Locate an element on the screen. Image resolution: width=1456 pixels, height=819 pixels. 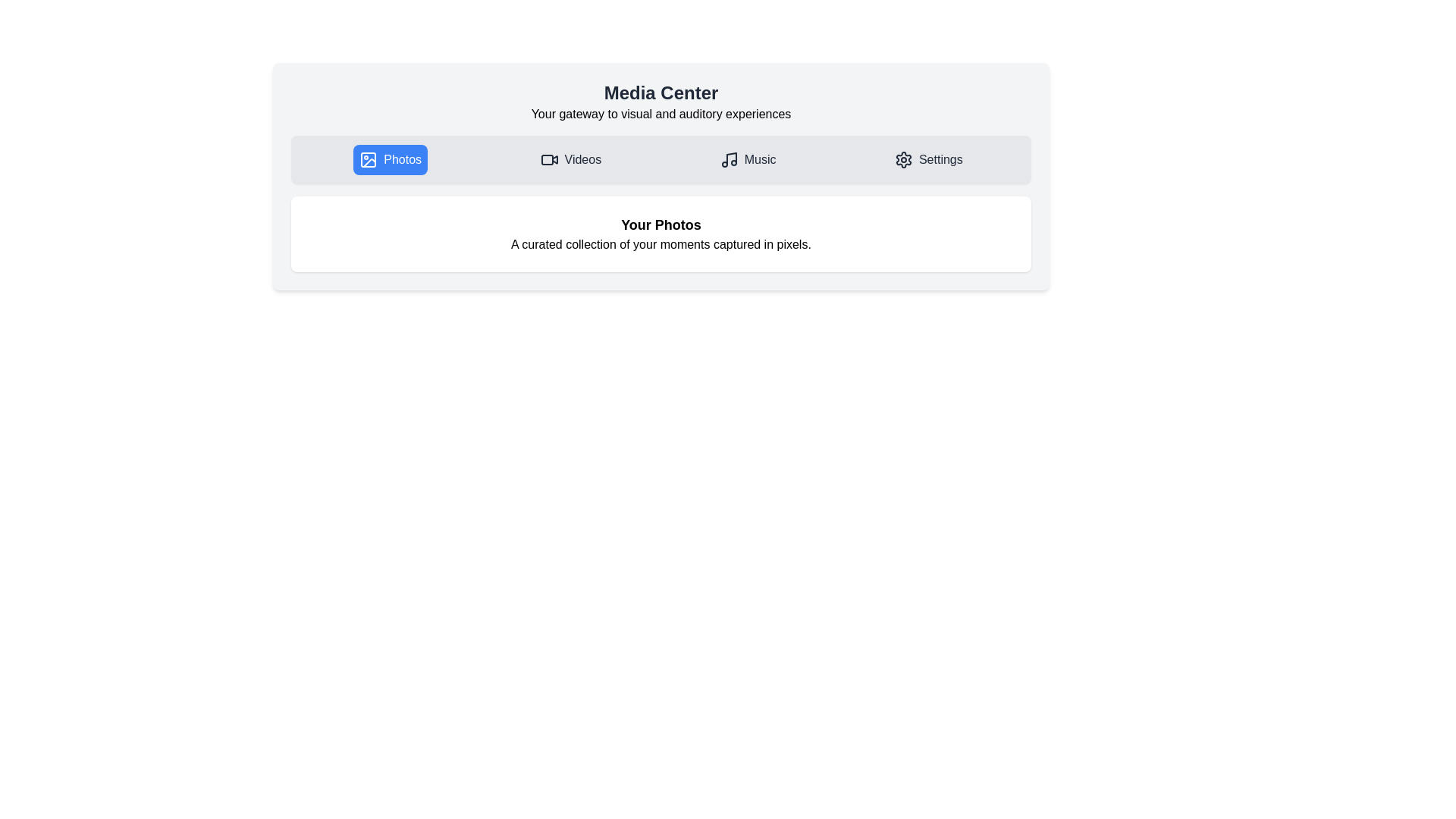
the 'Settings' text label, which is styled with medium font weight and positioned next to the gear icon in the top-right corner of the interface is located at coordinates (940, 160).